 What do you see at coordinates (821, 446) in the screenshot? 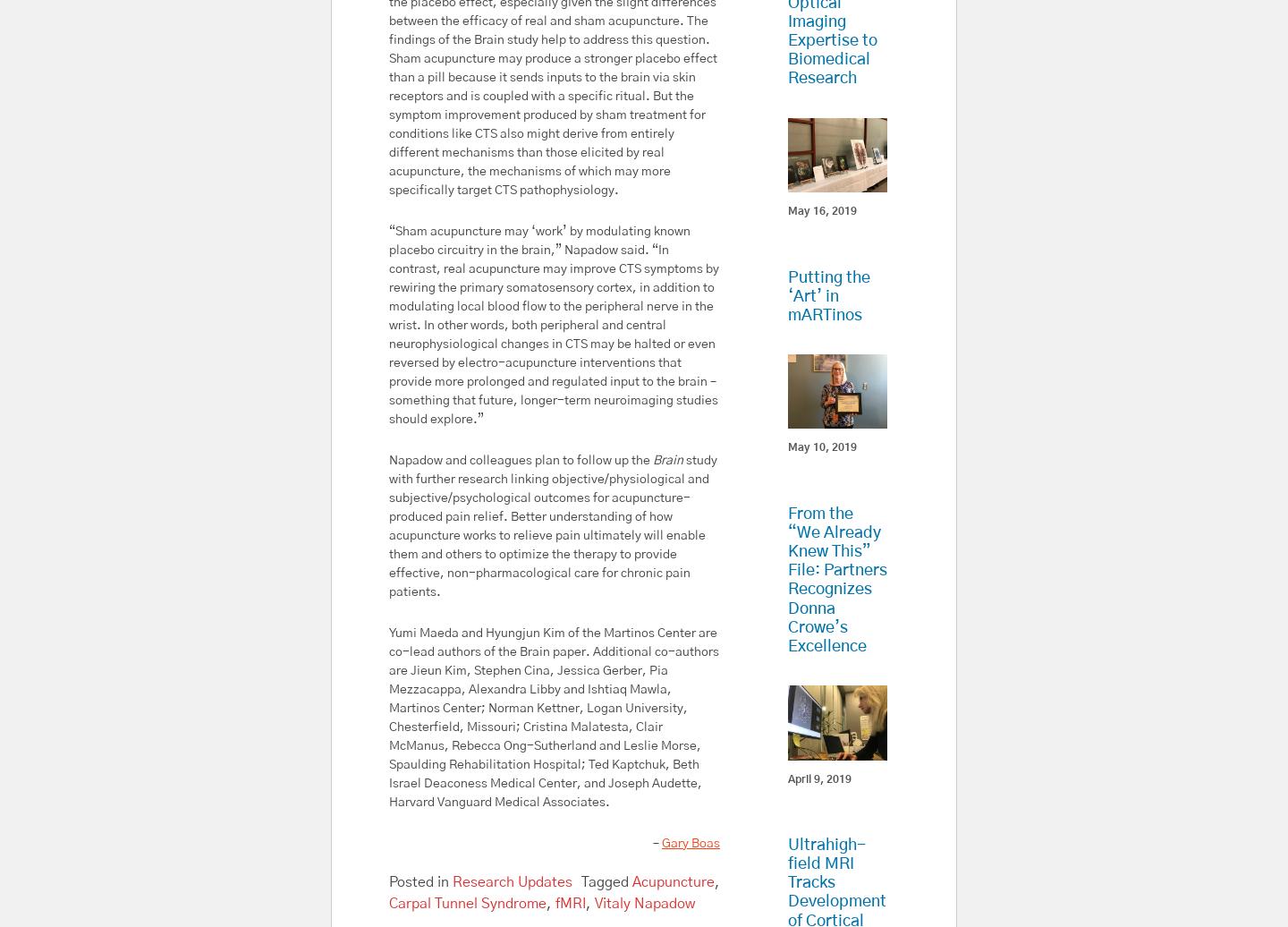
I see `'May 10, 2019'` at bounding box center [821, 446].